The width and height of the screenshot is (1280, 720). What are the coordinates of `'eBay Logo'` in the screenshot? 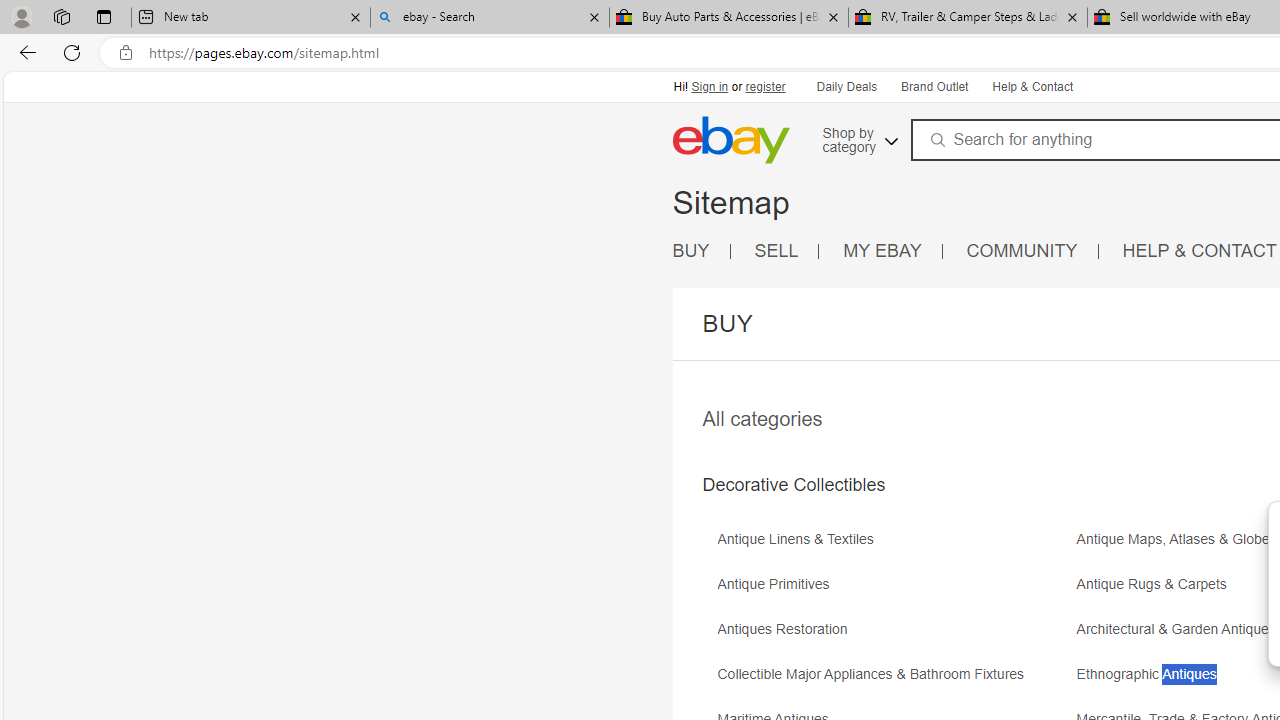 It's located at (729, 139).